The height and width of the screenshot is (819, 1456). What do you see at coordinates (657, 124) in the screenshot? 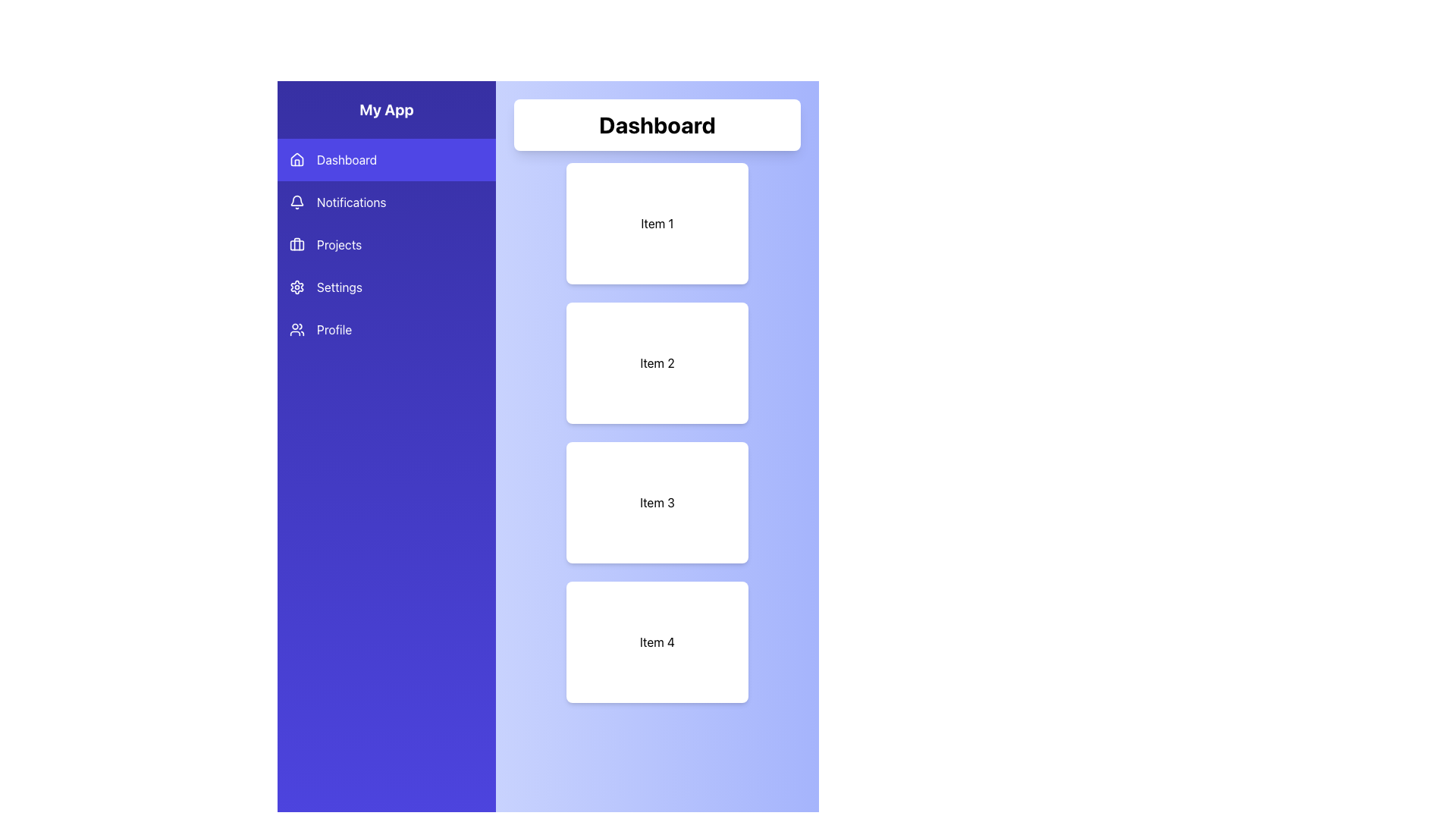
I see `the Heading or Label that serves as a title for the section above the grid of items labeled 'Item 1' through 'Item 4'` at bounding box center [657, 124].